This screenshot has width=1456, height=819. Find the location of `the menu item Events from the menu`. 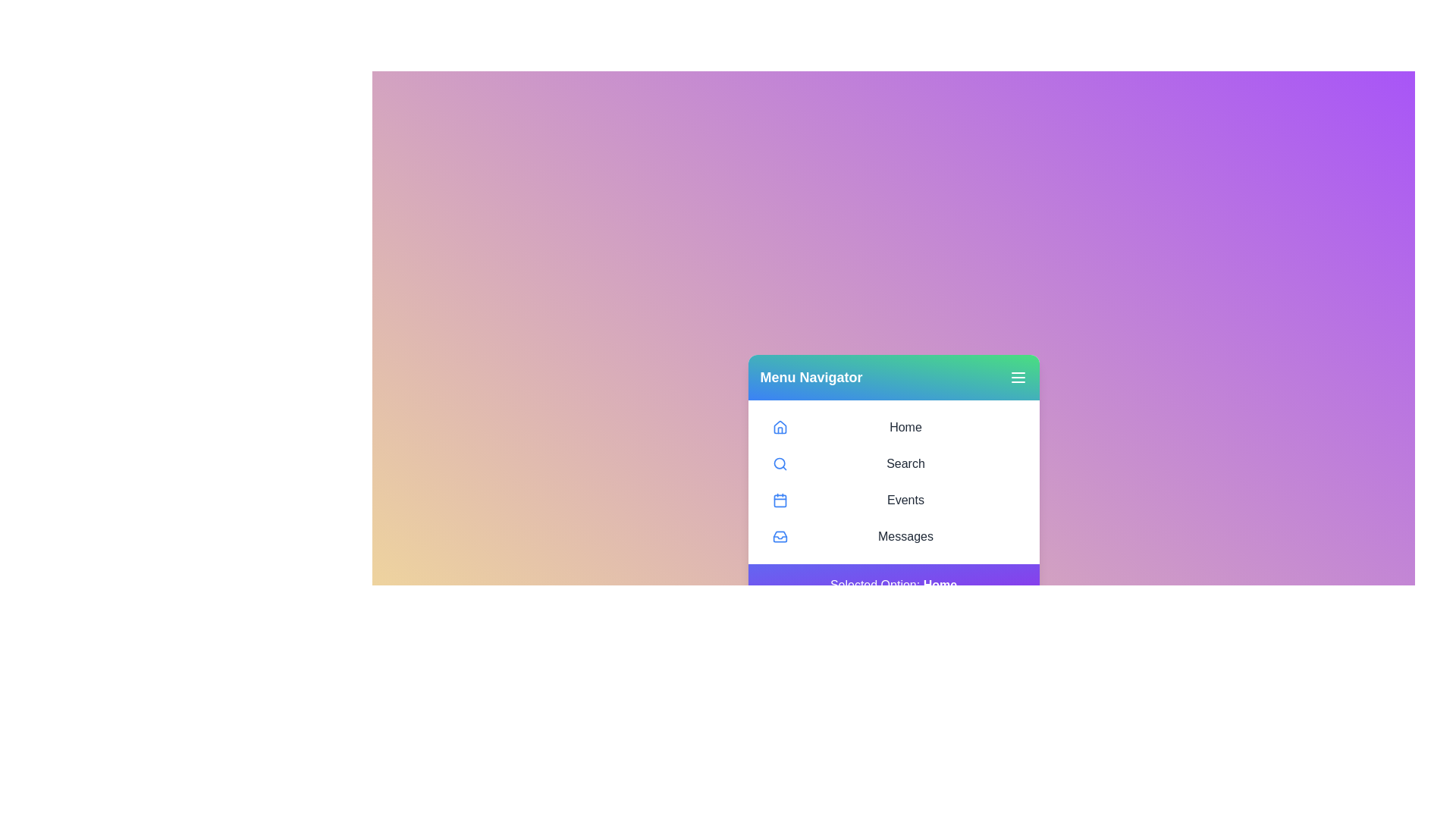

the menu item Events from the menu is located at coordinates (893, 500).